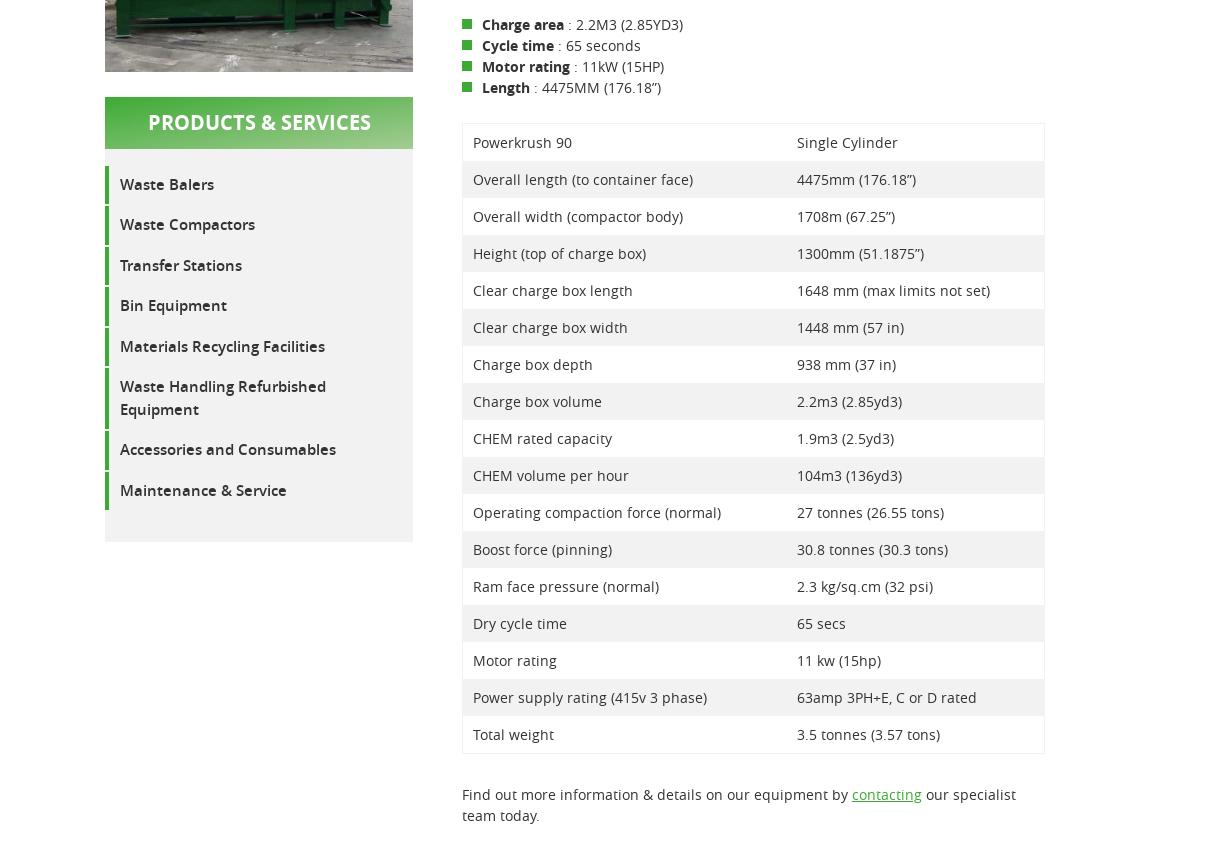 Image resolution: width=1214 pixels, height=858 pixels. Describe the element at coordinates (521, 23) in the screenshot. I see `'Charge area'` at that location.